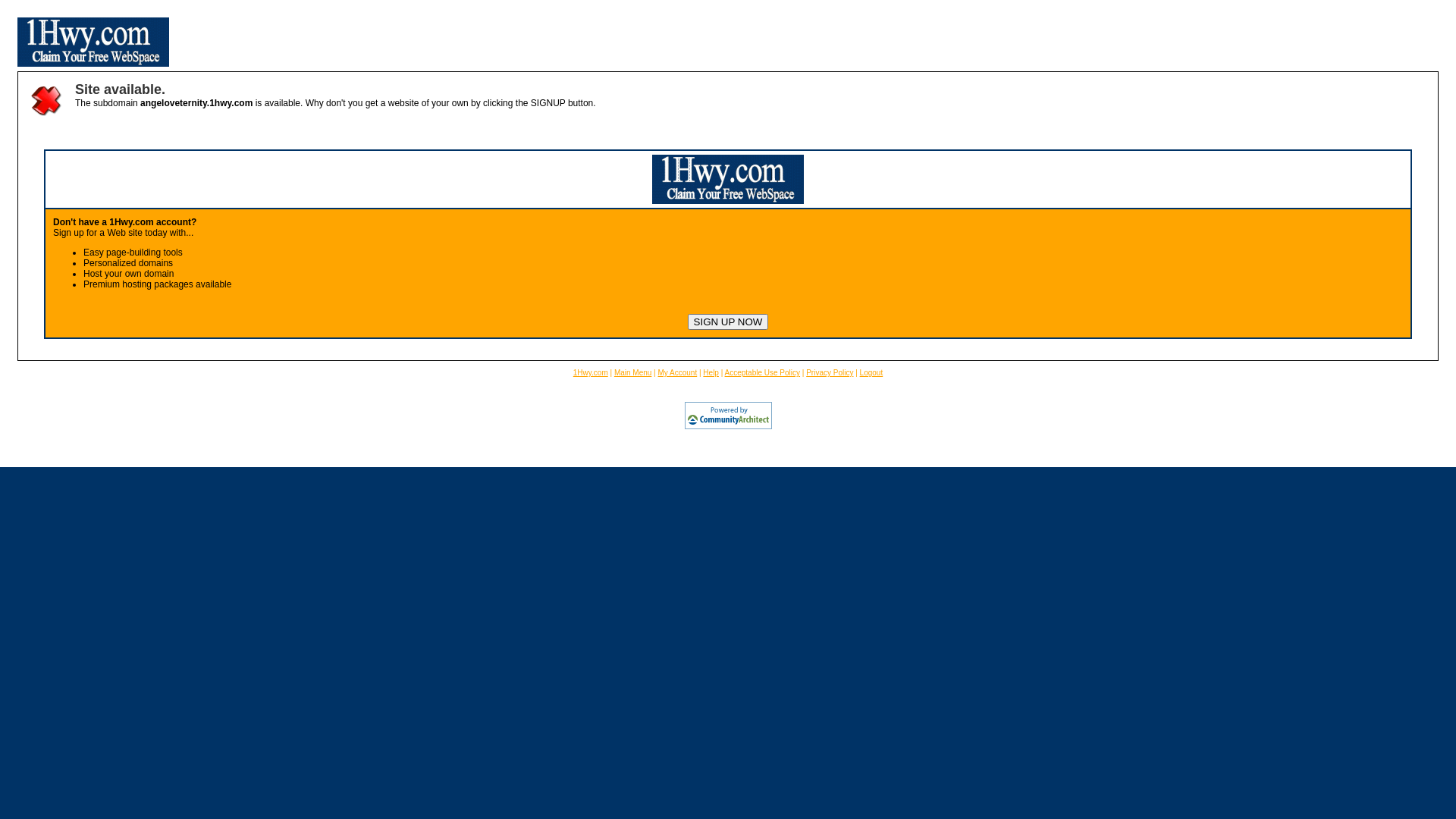 Image resolution: width=1456 pixels, height=819 pixels. I want to click on '1Hwy.com', so click(589, 372).